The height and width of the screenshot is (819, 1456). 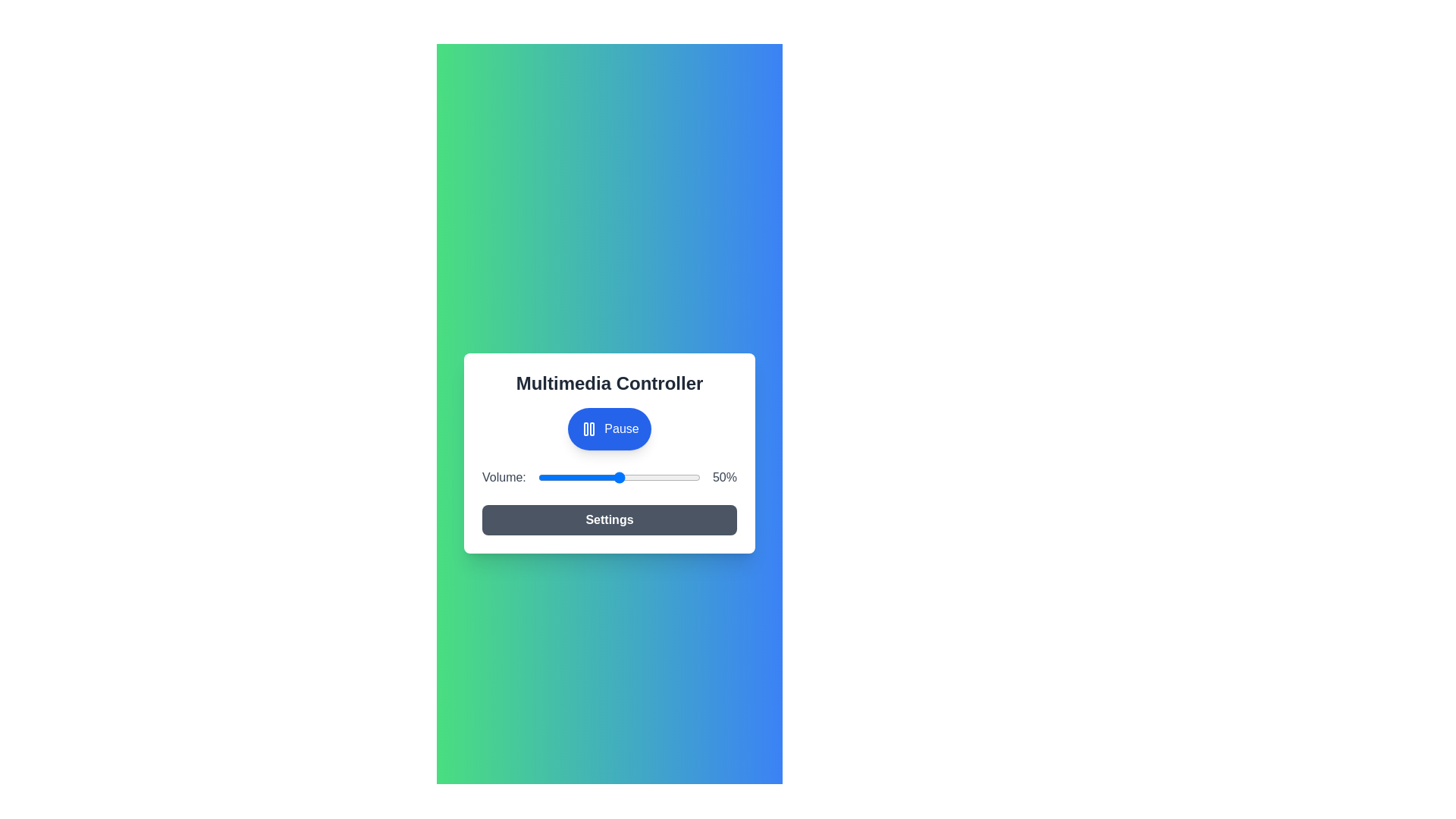 I want to click on the volume, so click(x=679, y=476).